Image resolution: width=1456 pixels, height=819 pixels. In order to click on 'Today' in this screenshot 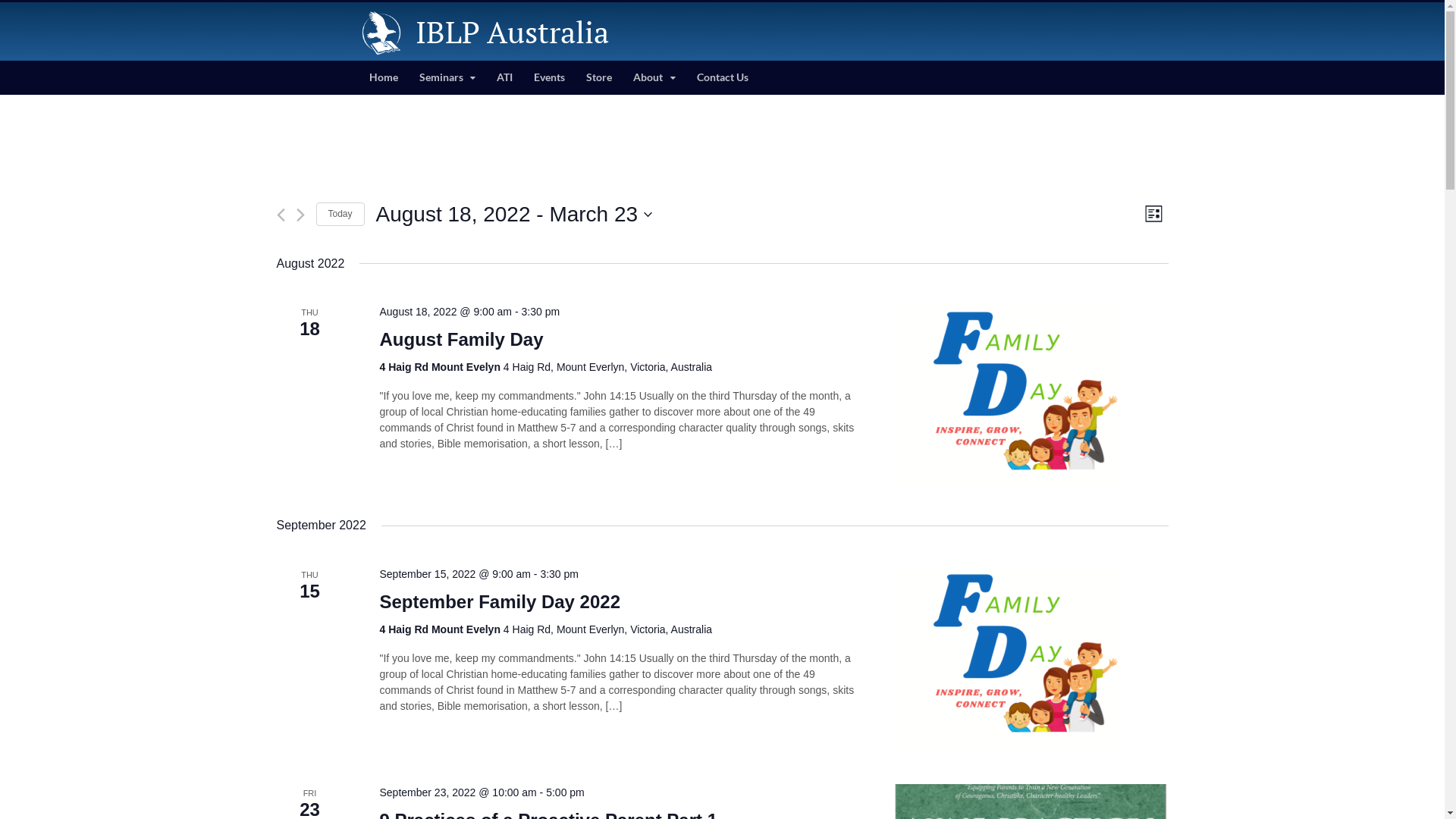, I will do `click(338, 214)`.